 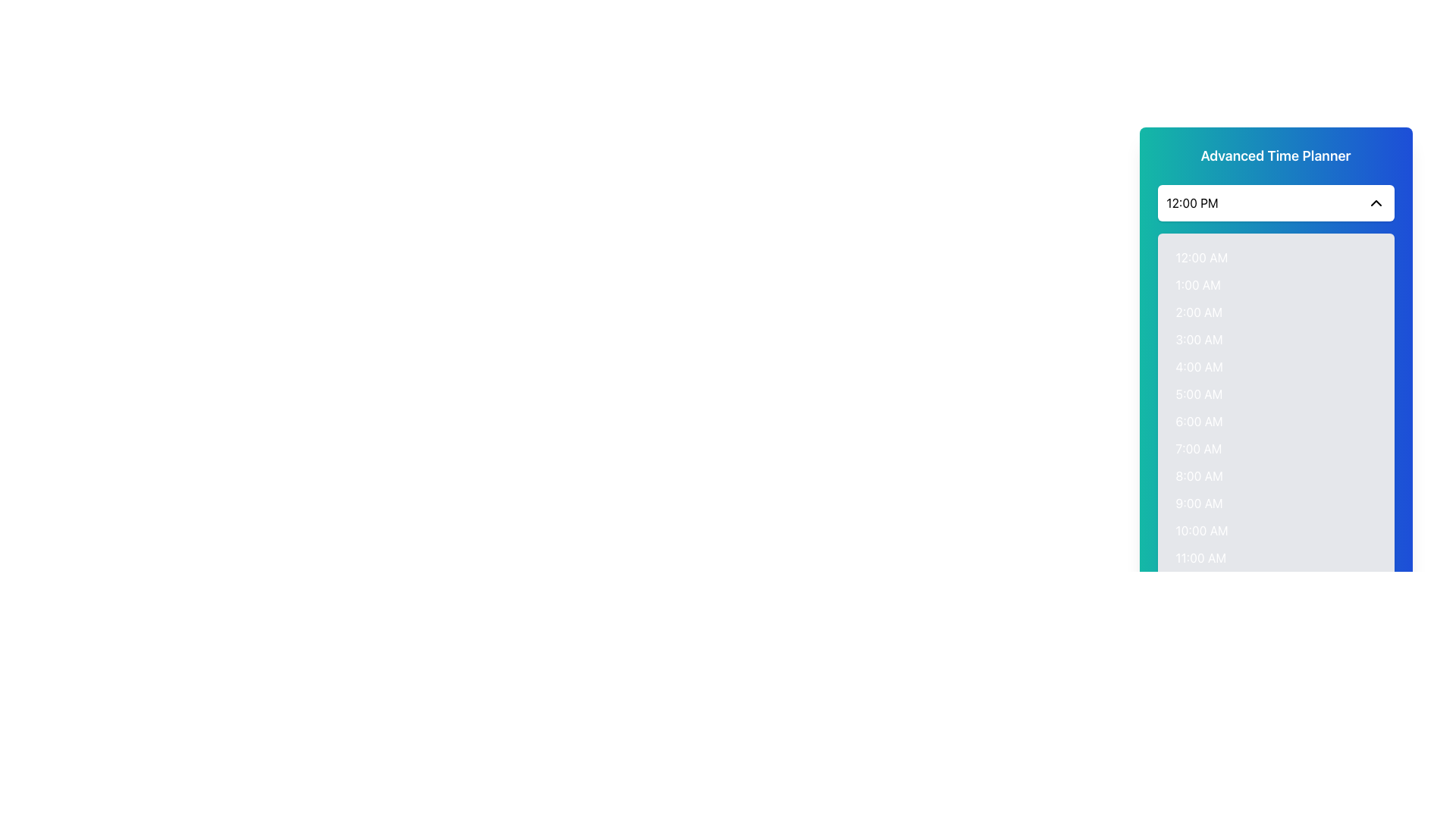 What do you see at coordinates (1275, 529) in the screenshot?
I see `the selectable list item for '10:00 AM' in the dropdown menu` at bounding box center [1275, 529].